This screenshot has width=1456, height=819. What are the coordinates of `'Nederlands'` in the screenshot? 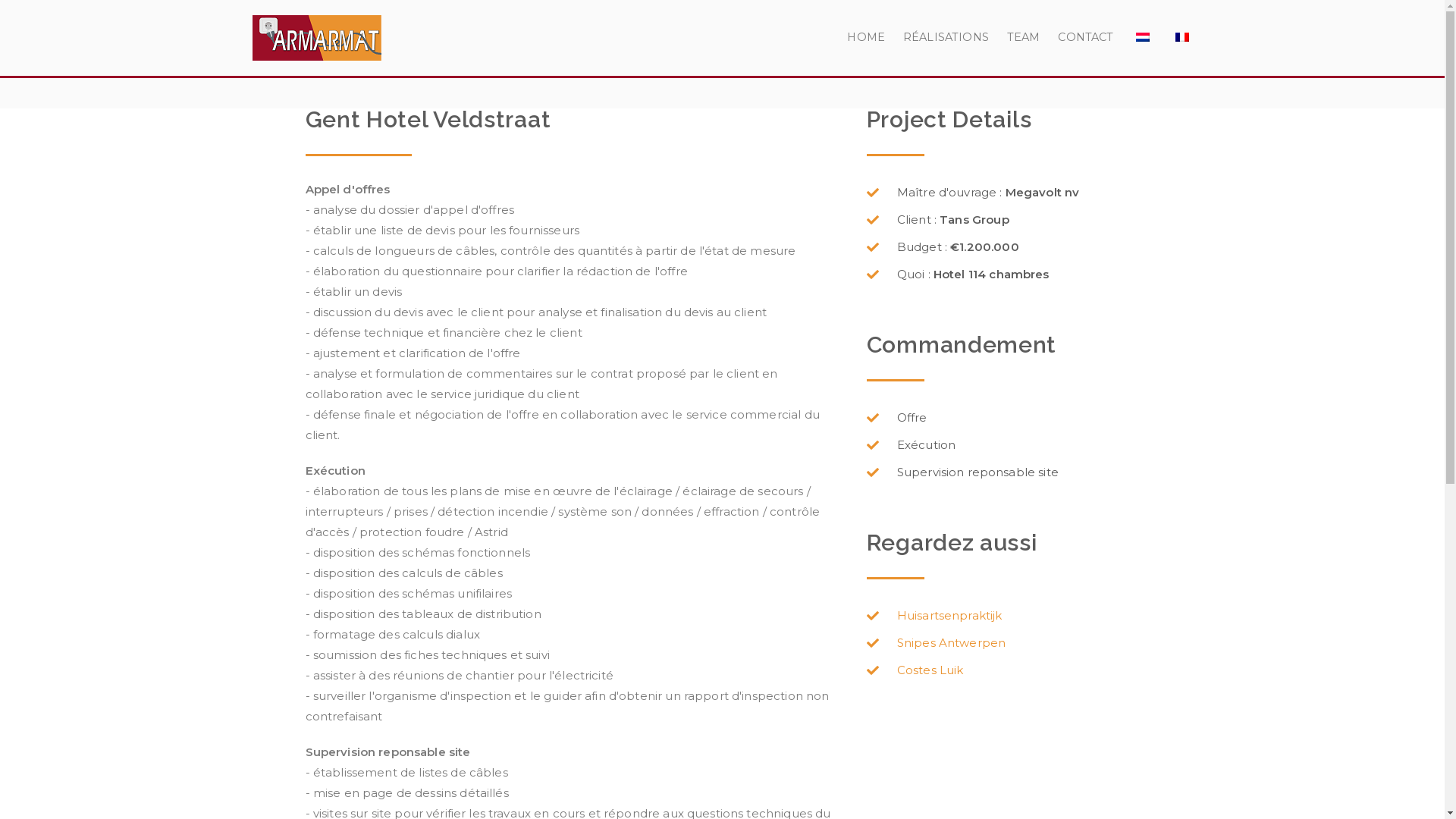 It's located at (1143, 36).